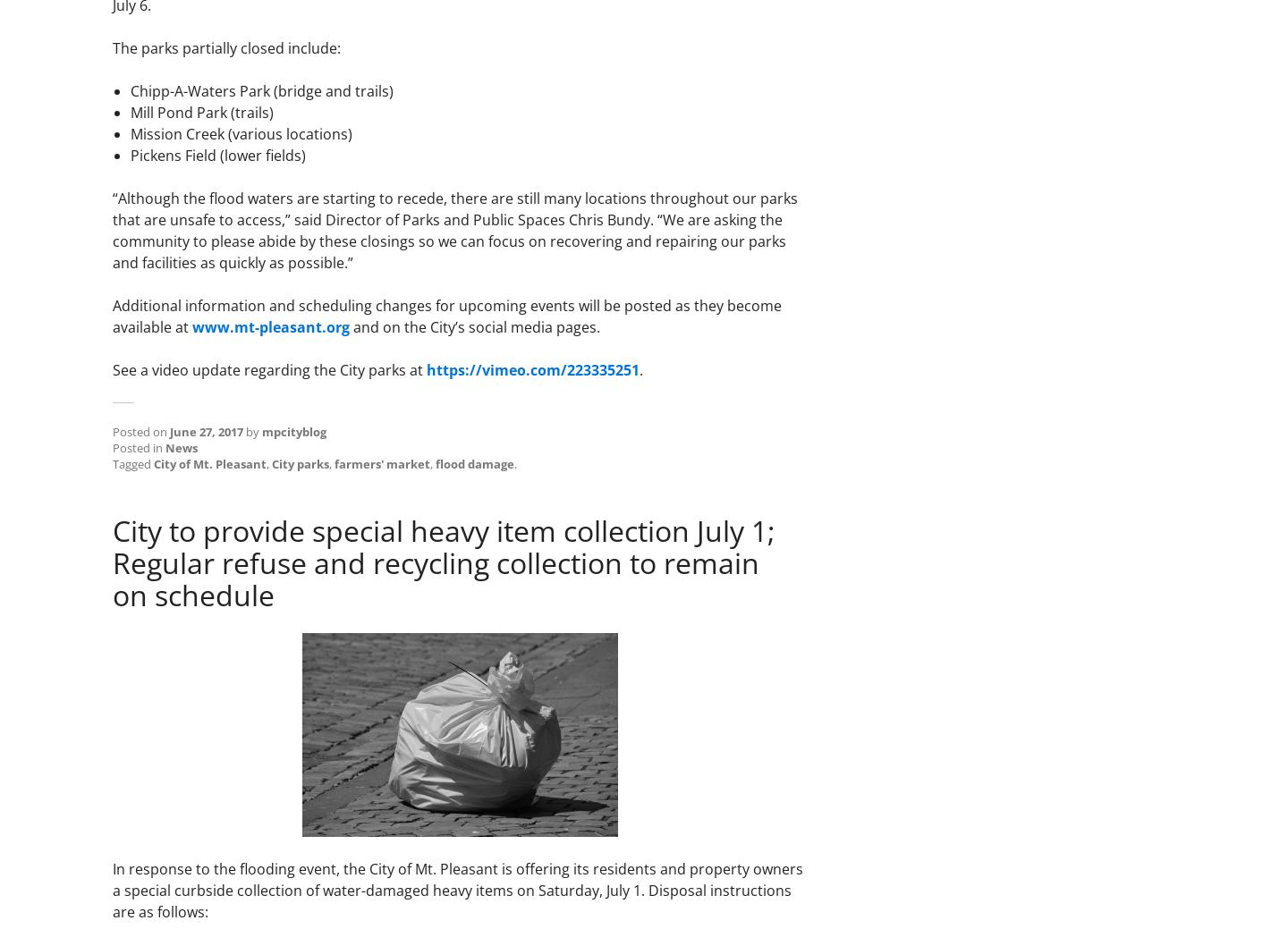 The width and height of the screenshot is (1288, 946). Describe the element at coordinates (130, 133) in the screenshot. I see `'Mission Creek (various locations)'` at that location.